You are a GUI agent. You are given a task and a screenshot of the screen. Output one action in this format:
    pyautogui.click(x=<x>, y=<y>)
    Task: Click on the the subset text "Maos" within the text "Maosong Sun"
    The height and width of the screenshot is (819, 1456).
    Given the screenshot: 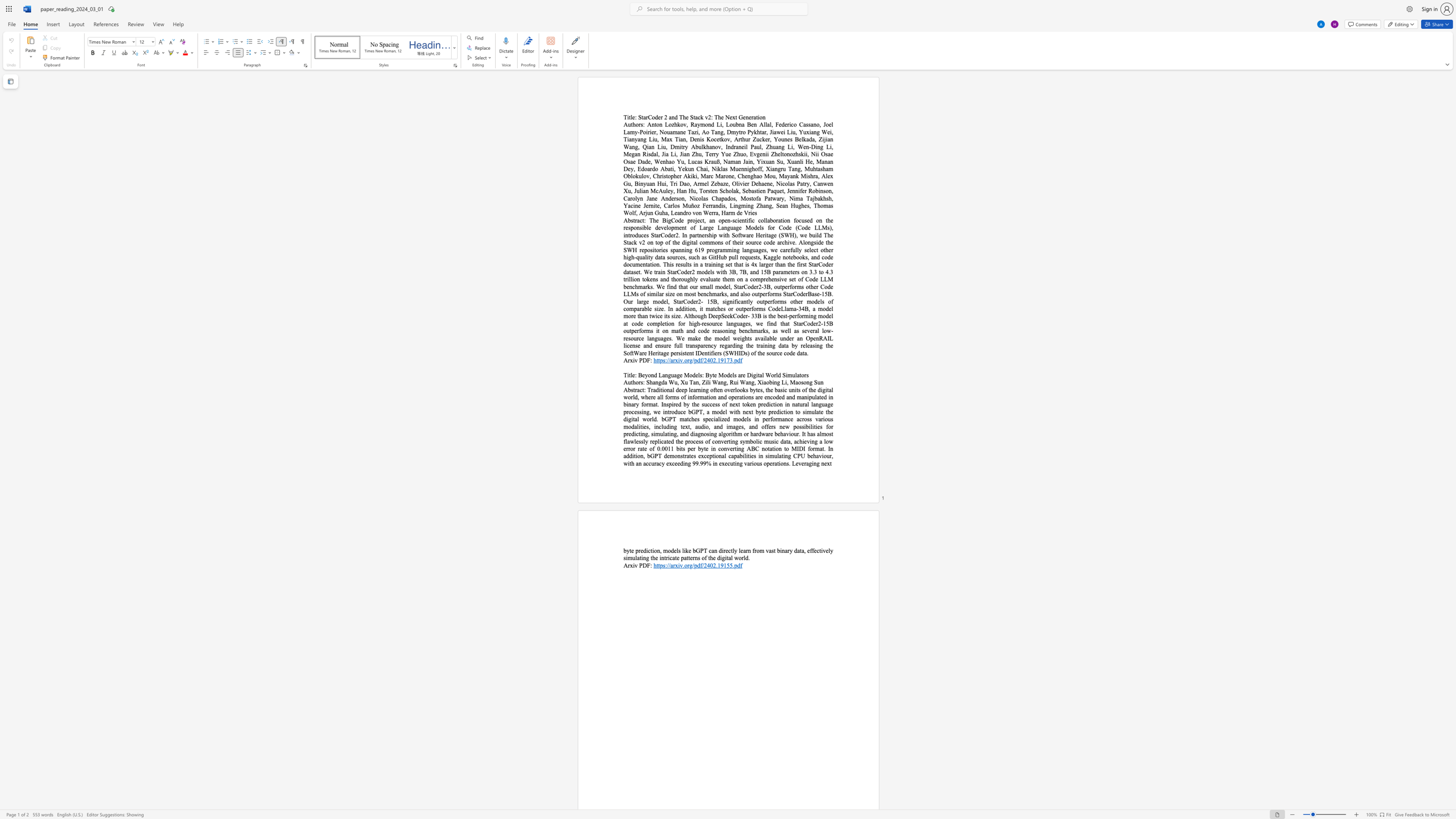 What is the action you would take?
    pyautogui.click(x=790, y=382)
    